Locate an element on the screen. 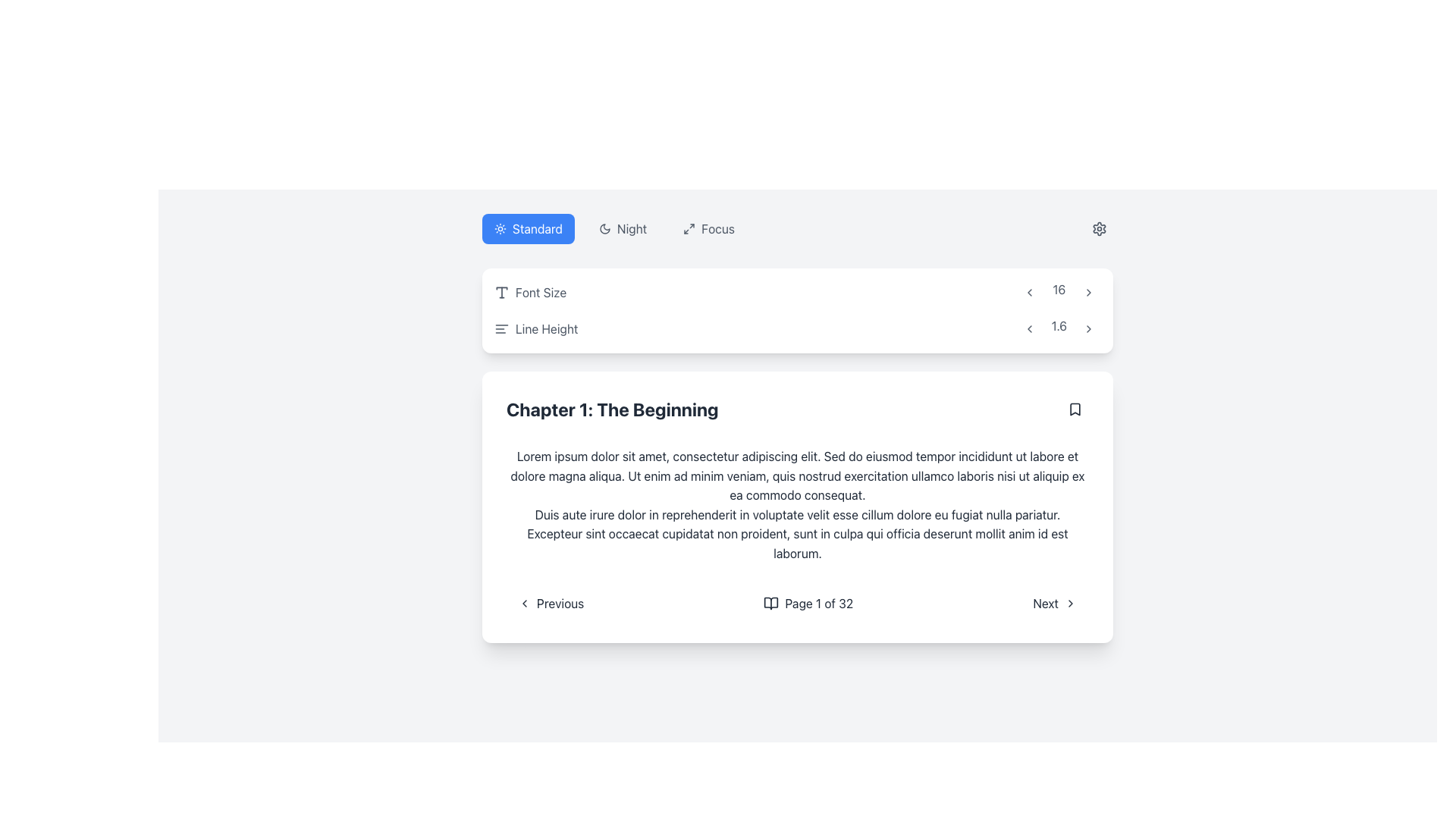 This screenshot has width=1456, height=819. the 'Focus' button, which is the third button in a horizontal row at the top of the interface, styled with rounded corners and a gray hover effect is located at coordinates (708, 228).